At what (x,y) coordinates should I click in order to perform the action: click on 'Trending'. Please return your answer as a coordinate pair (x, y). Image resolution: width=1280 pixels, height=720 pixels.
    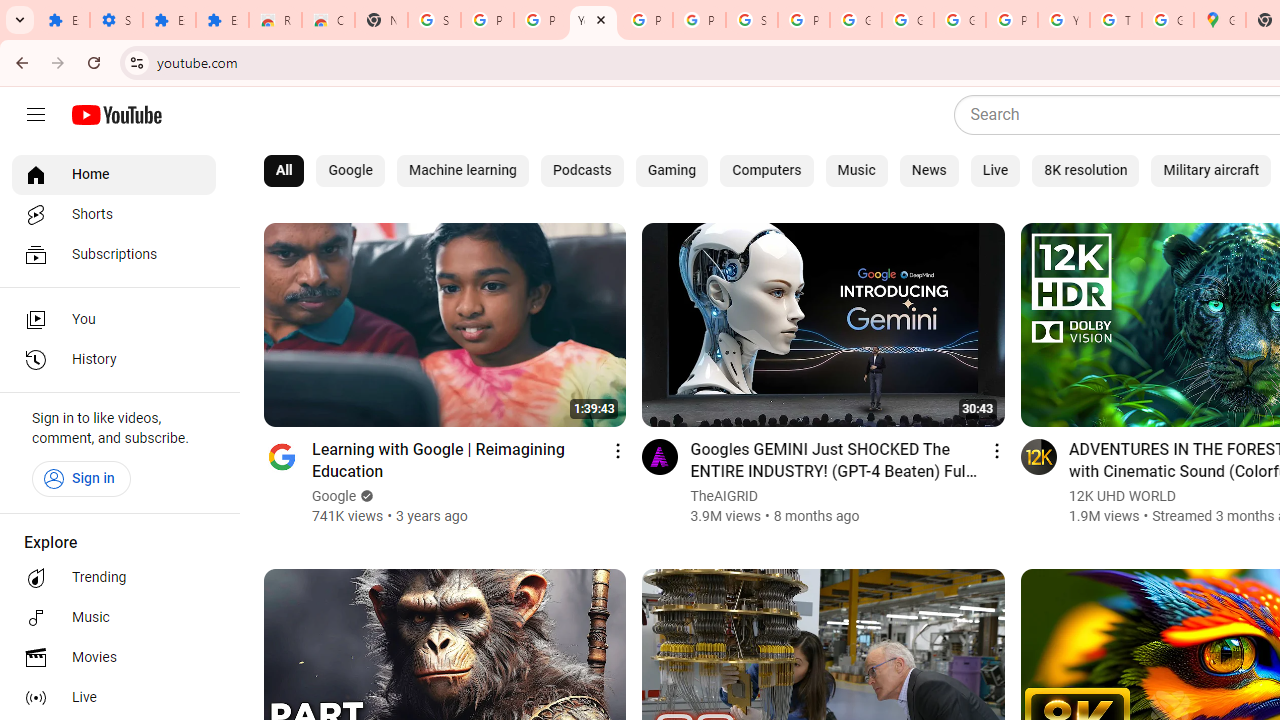
    Looking at the image, I should click on (112, 578).